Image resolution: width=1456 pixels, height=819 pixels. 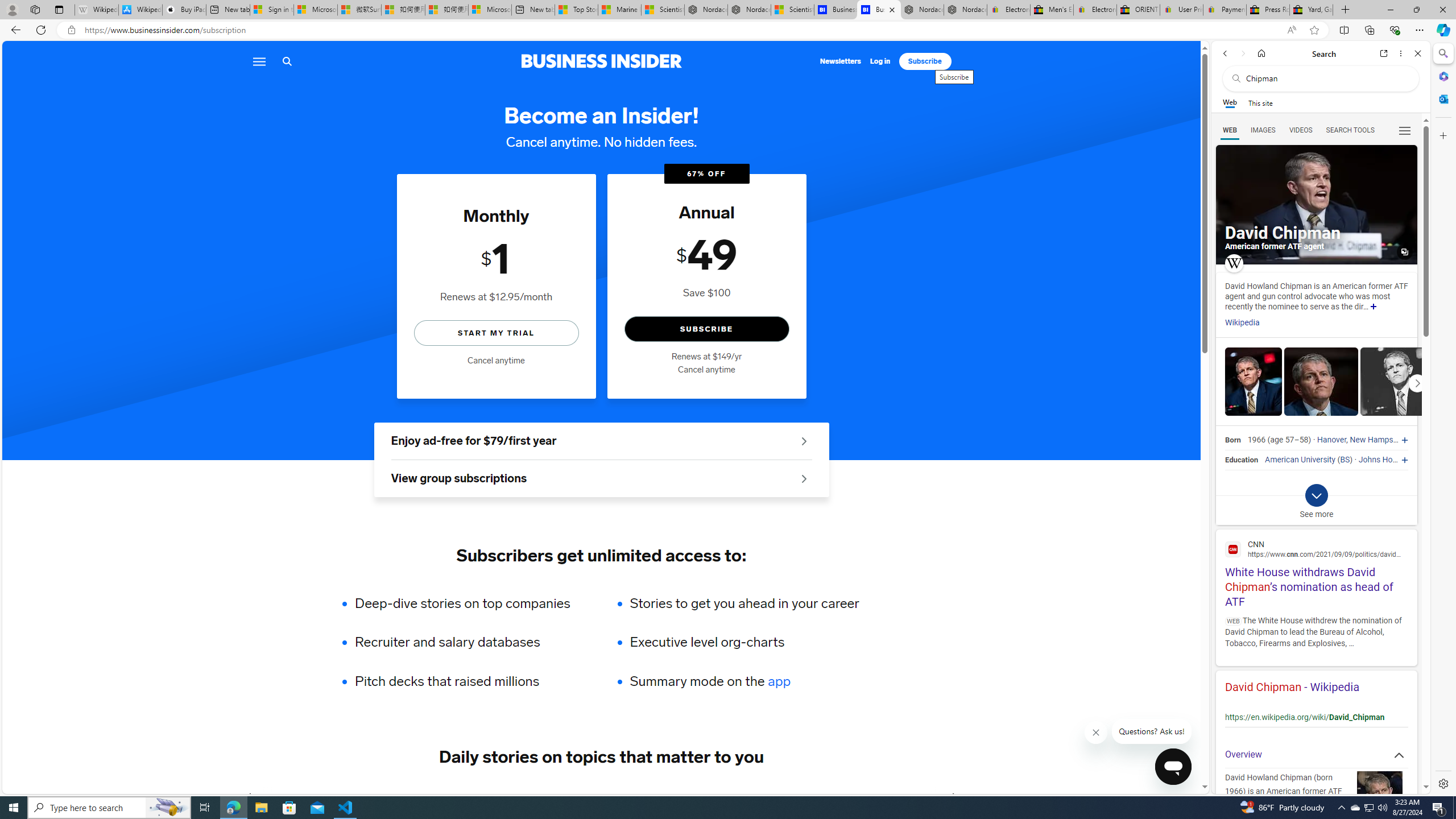 I want to click on 'BS', so click(x=1345, y=460).